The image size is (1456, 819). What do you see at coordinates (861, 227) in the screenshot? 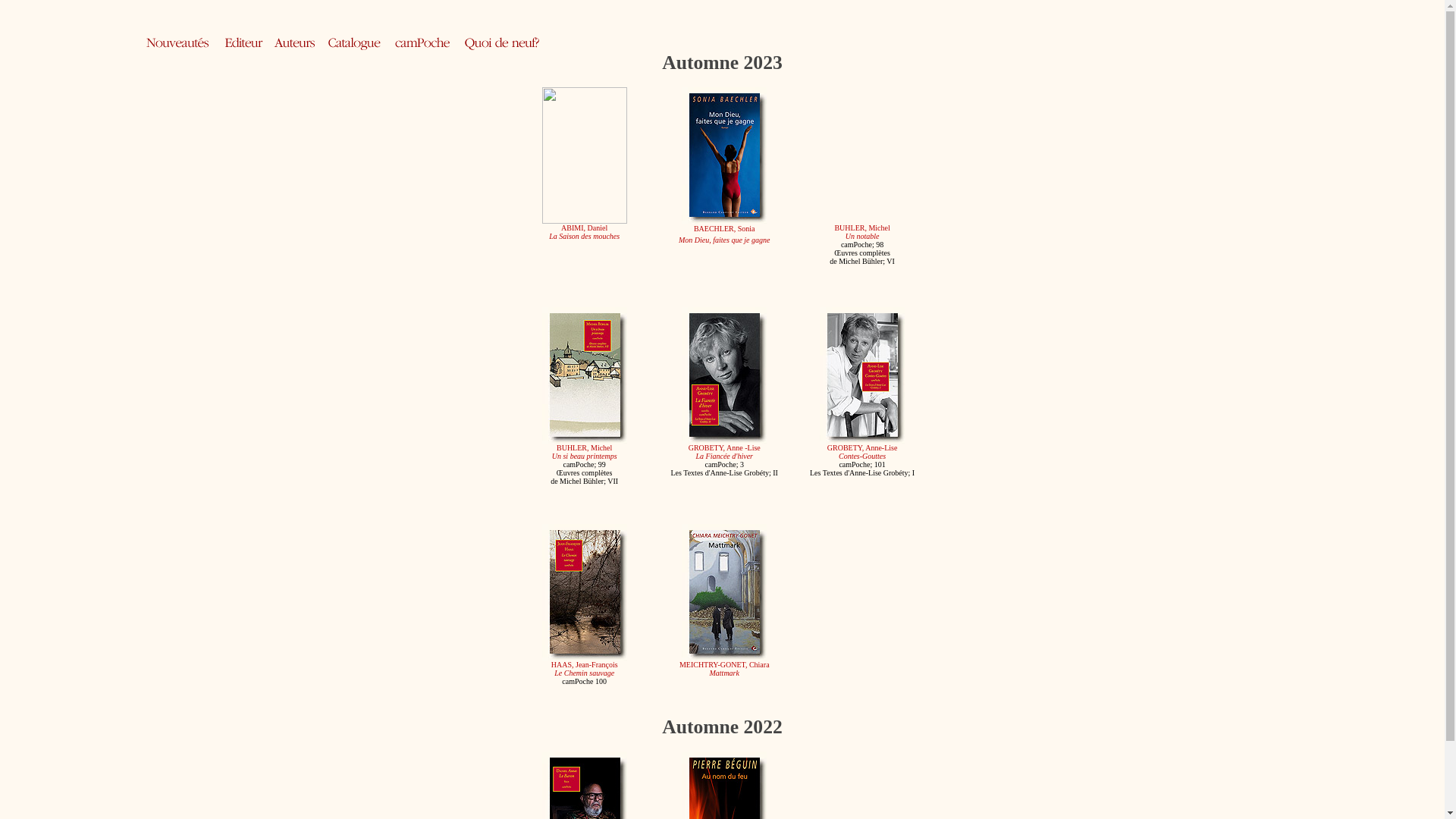
I see `'BUHLER, Michel'` at bounding box center [861, 227].